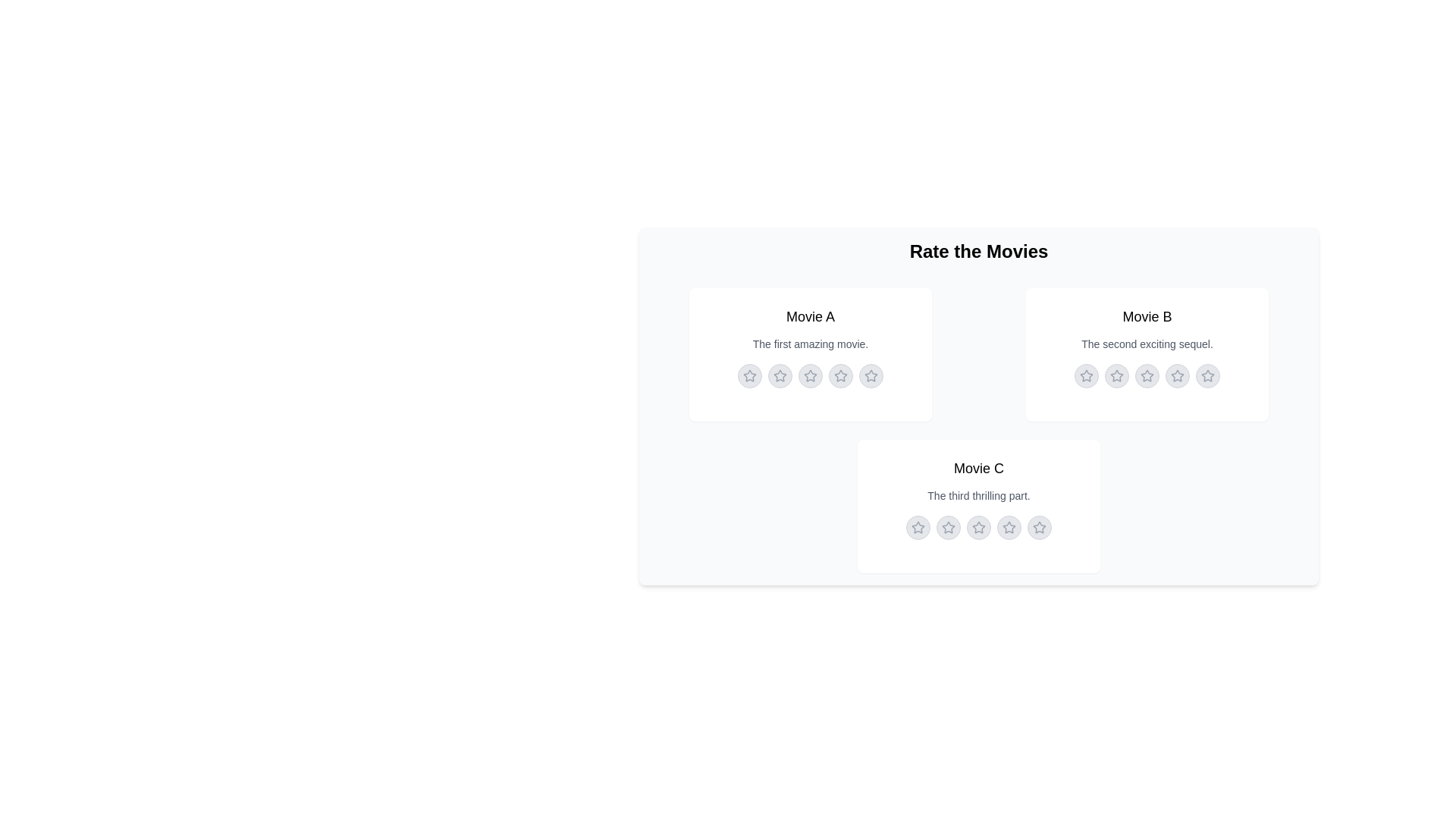 The width and height of the screenshot is (1456, 819). I want to click on the fourth star icon in the rating section for 'Movie C' to choose this rating, so click(978, 526).